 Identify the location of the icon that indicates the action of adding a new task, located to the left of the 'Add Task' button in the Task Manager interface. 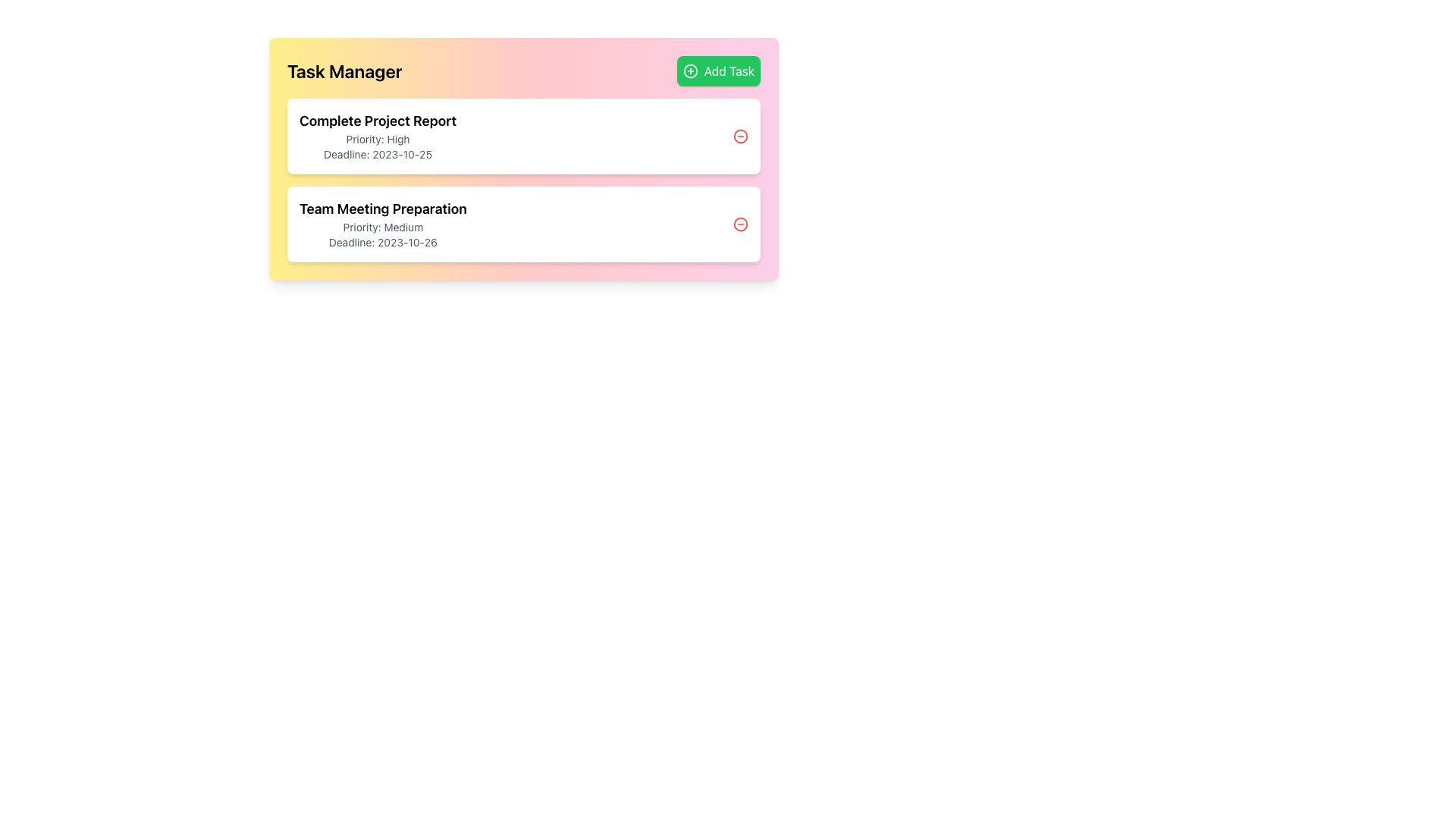
(689, 71).